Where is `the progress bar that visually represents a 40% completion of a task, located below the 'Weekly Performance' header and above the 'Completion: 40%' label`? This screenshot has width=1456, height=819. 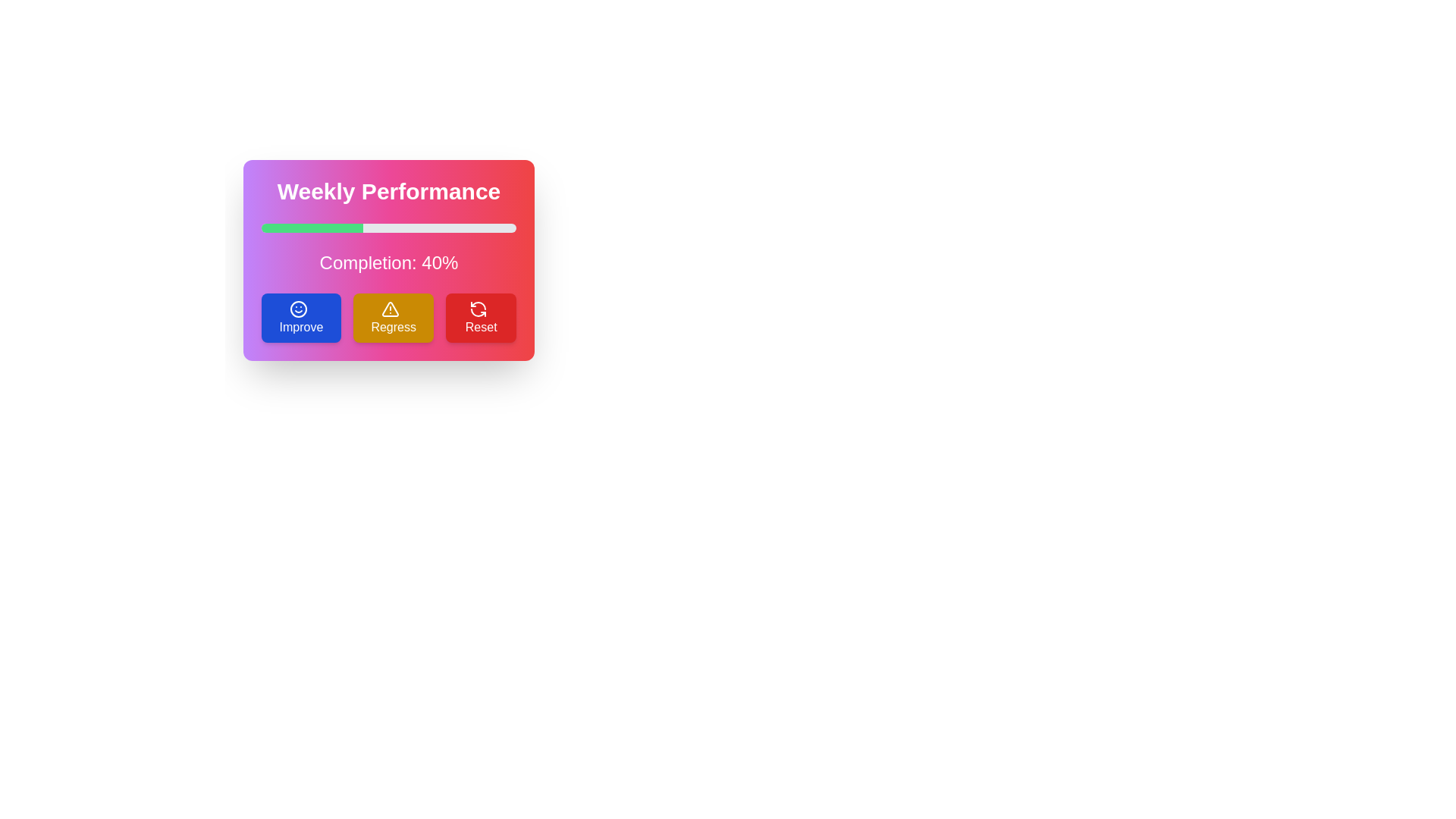 the progress bar that visually represents a 40% completion of a task, located below the 'Weekly Performance' header and above the 'Completion: 40%' label is located at coordinates (312, 227).